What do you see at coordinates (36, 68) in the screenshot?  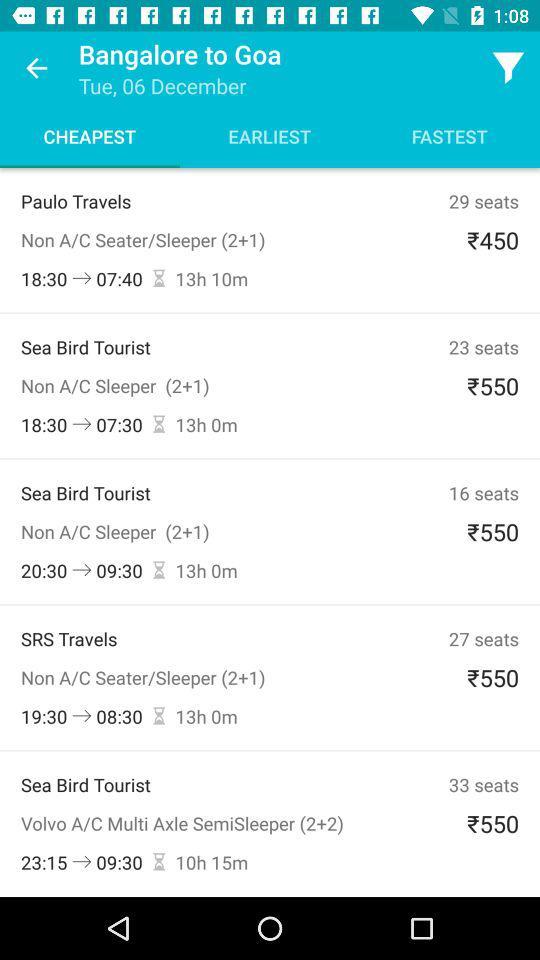 I see `the item above cheapest` at bounding box center [36, 68].